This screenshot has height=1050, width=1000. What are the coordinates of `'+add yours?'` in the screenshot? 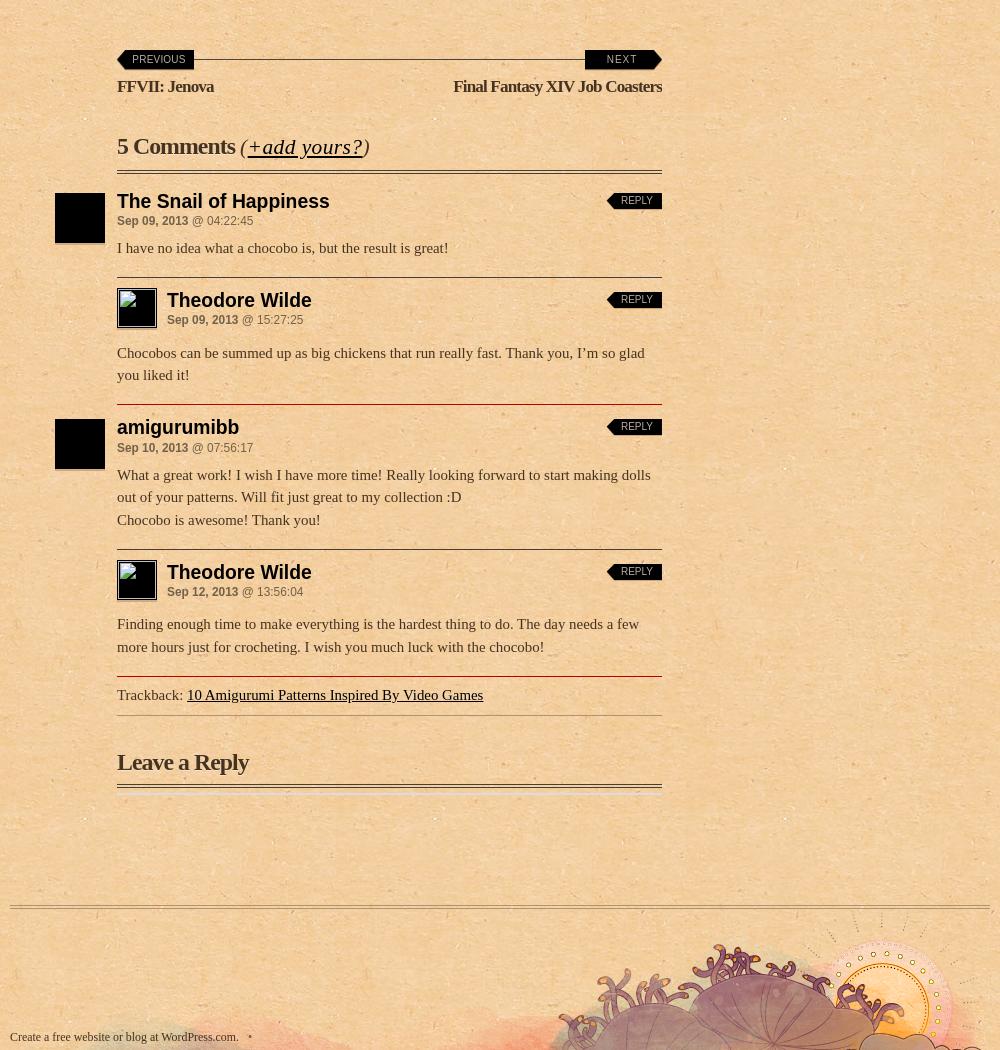 It's located at (304, 140).